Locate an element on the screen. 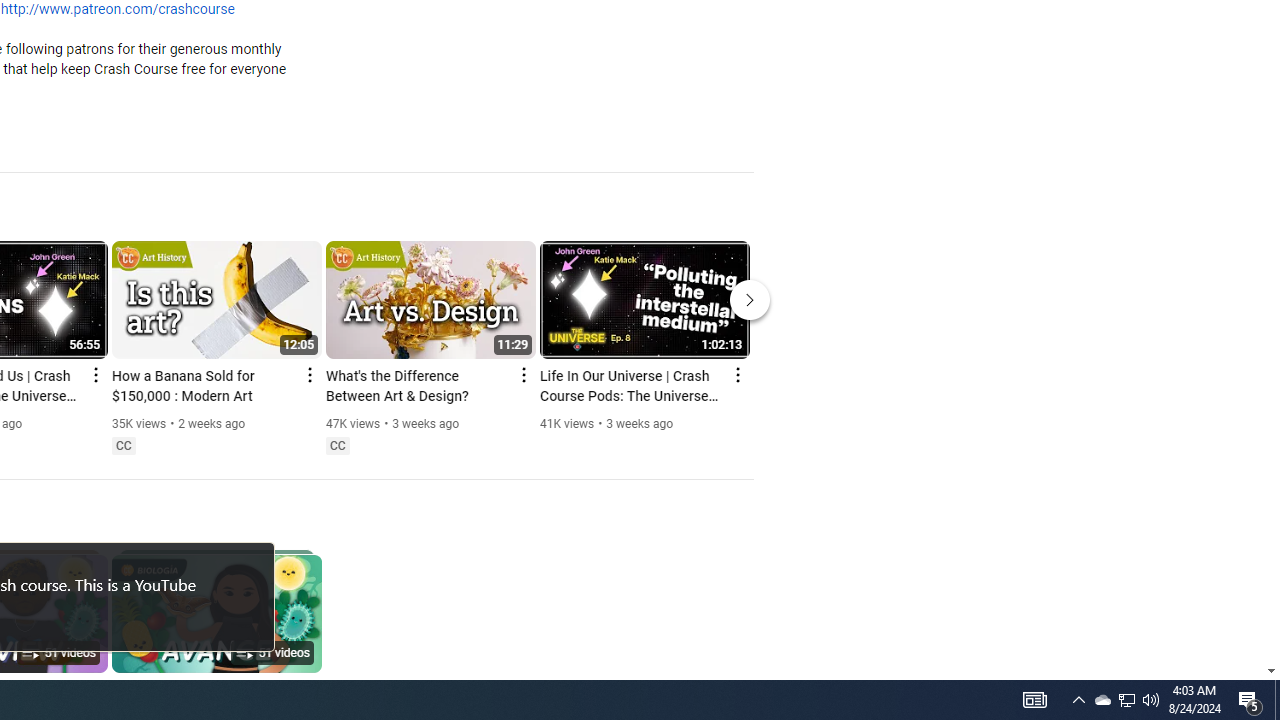 The image size is (1280, 720). 'Closed captions' is located at coordinates (337, 445).